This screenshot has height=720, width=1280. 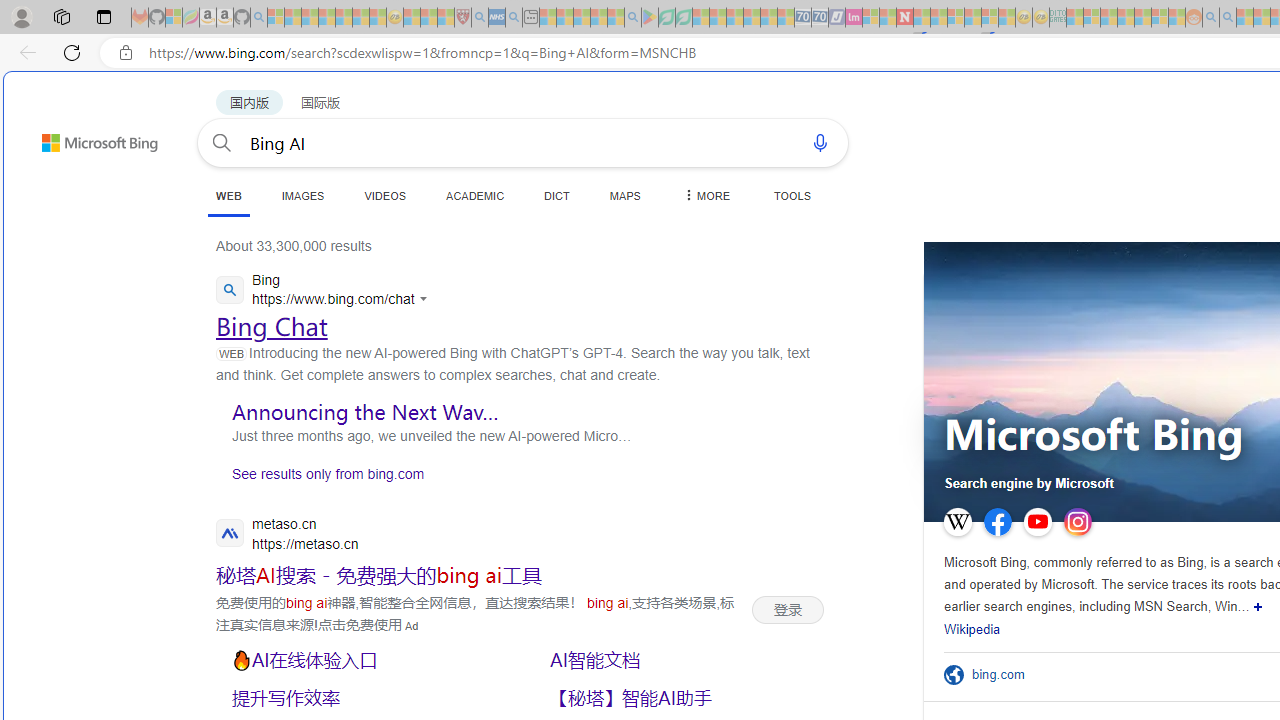 What do you see at coordinates (937, 17) in the screenshot?
I see `'14 Common Myths Debunked By Scientific Facts - Sleeping'` at bounding box center [937, 17].